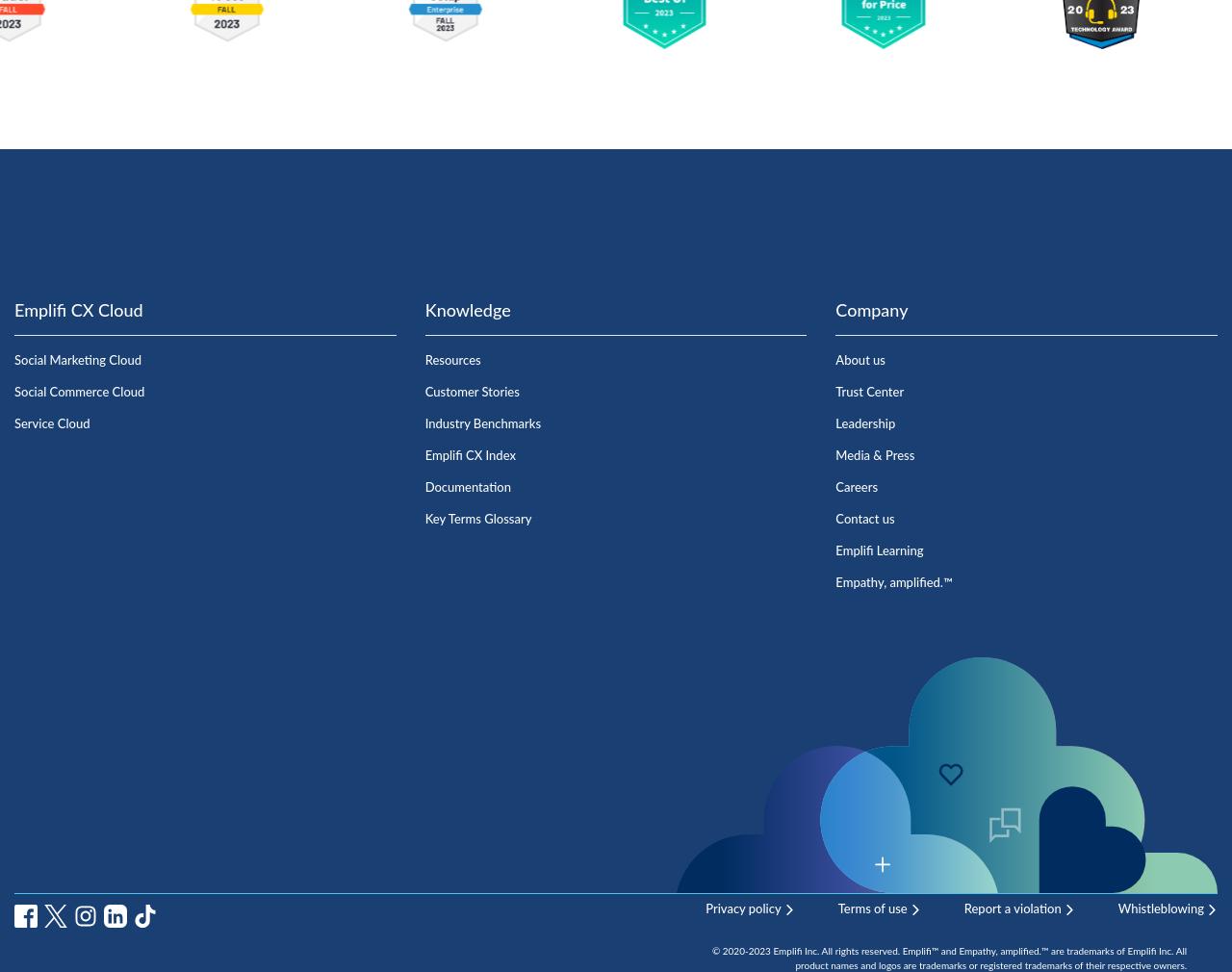 The image size is (1232, 972). Describe the element at coordinates (741, 908) in the screenshot. I see `'Privacy policy'` at that location.